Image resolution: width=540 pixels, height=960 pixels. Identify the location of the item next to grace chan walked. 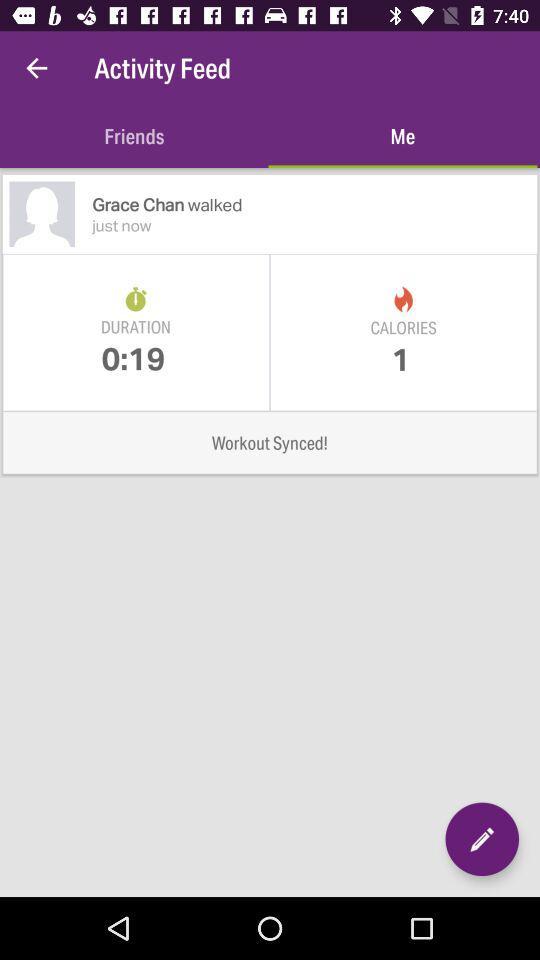
(42, 214).